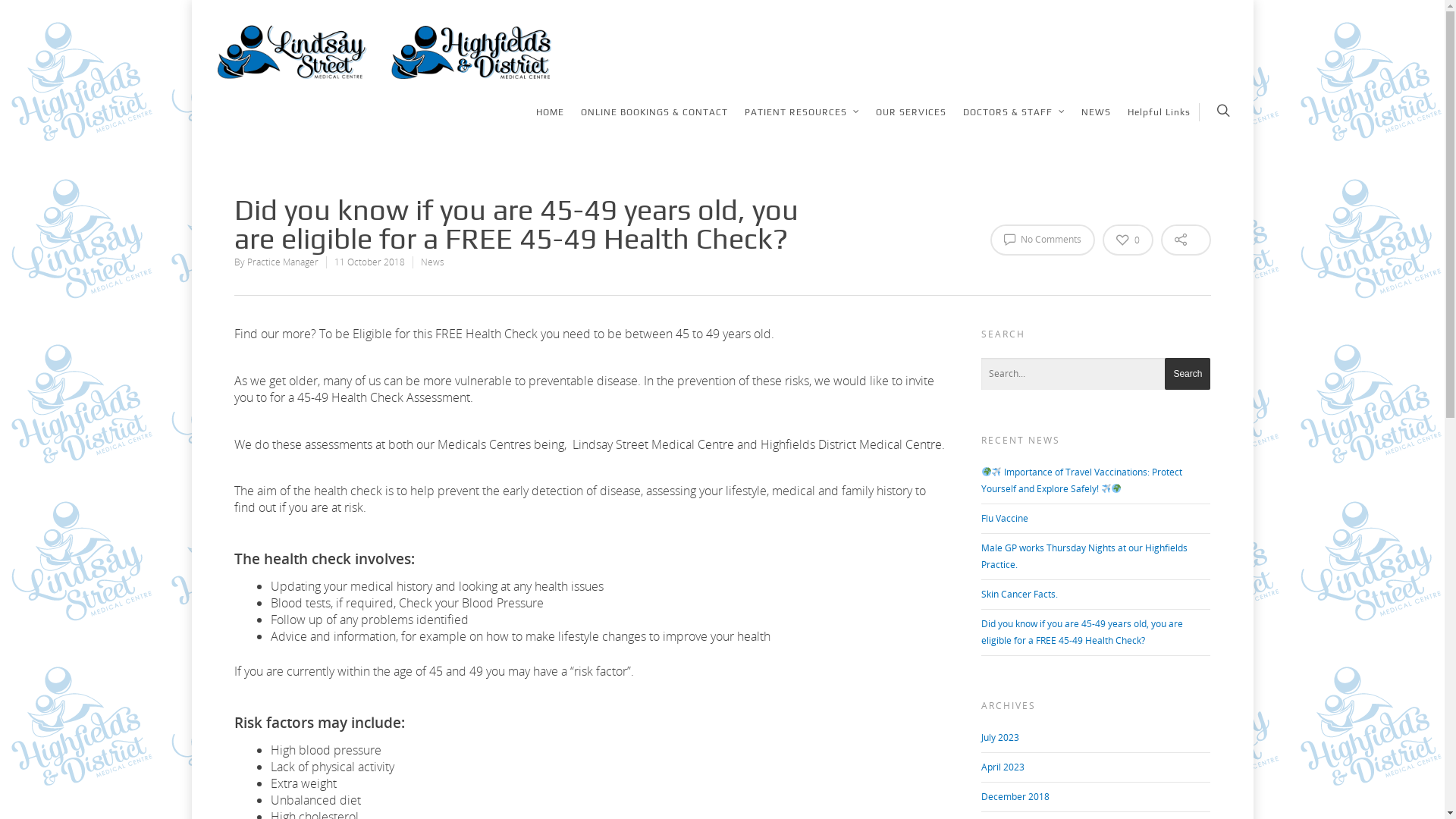  Describe the element at coordinates (548, 122) in the screenshot. I see `'HOME'` at that location.